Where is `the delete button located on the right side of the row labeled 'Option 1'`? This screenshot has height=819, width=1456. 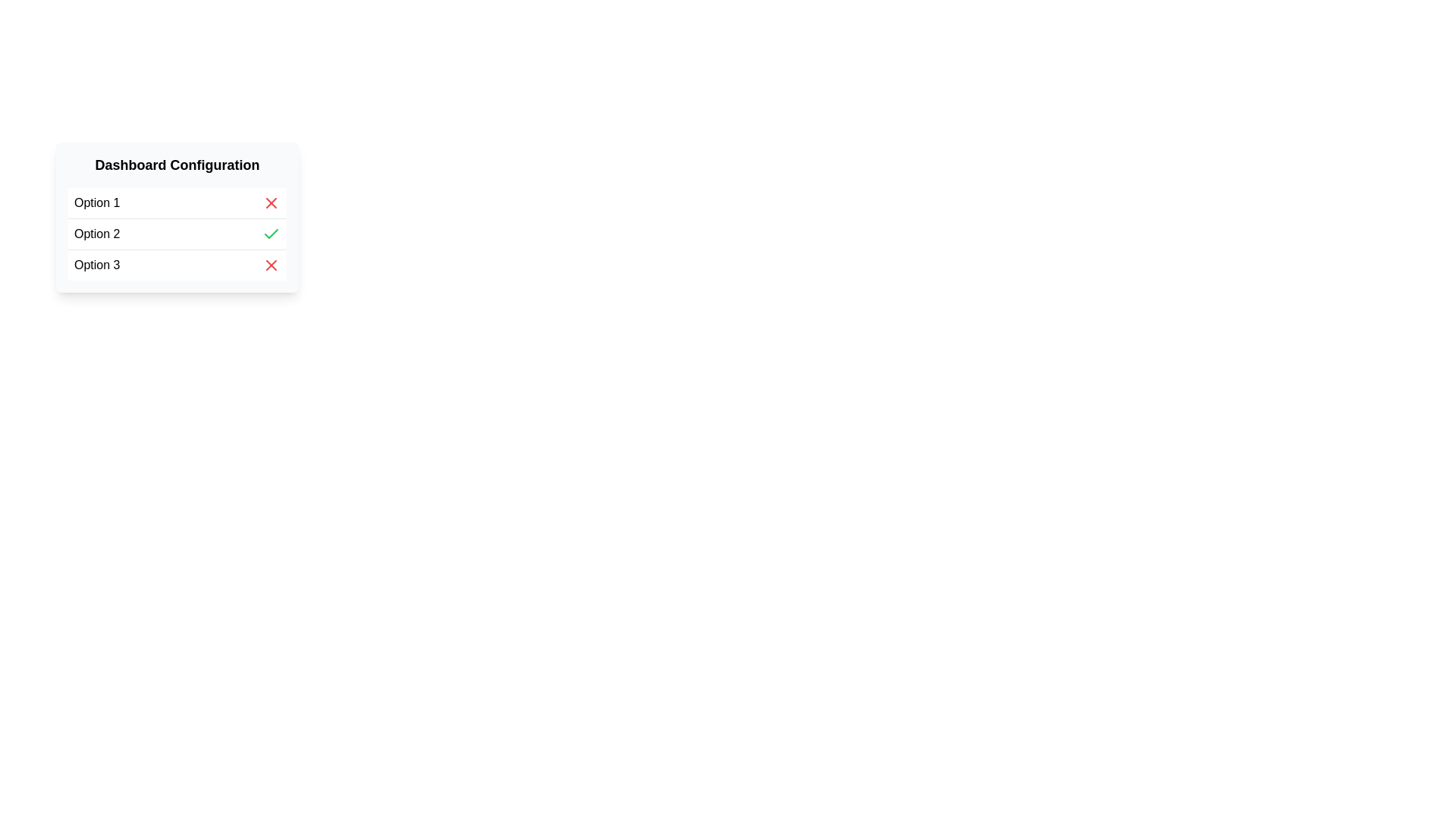 the delete button located on the right side of the row labeled 'Option 1' is located at coordinates (271, 202).